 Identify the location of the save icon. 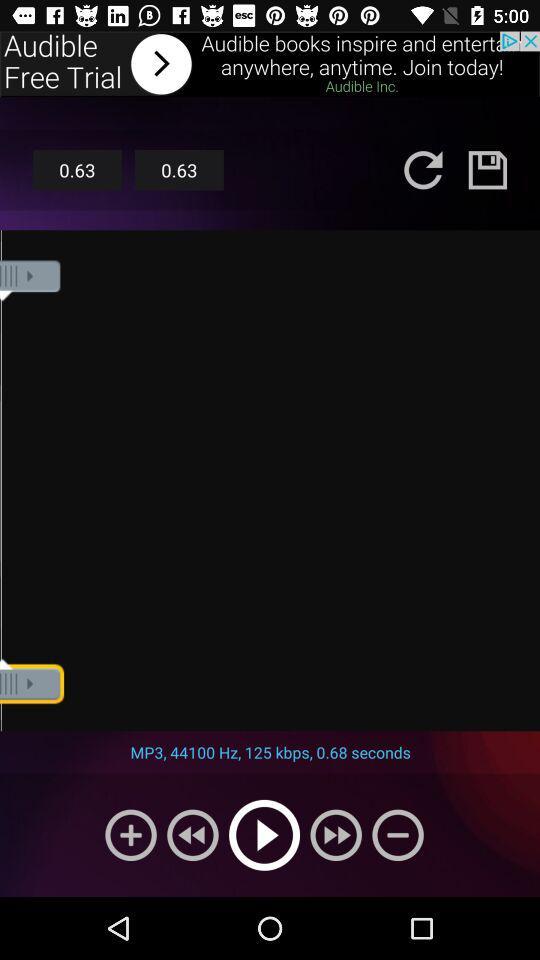
(486, 169).